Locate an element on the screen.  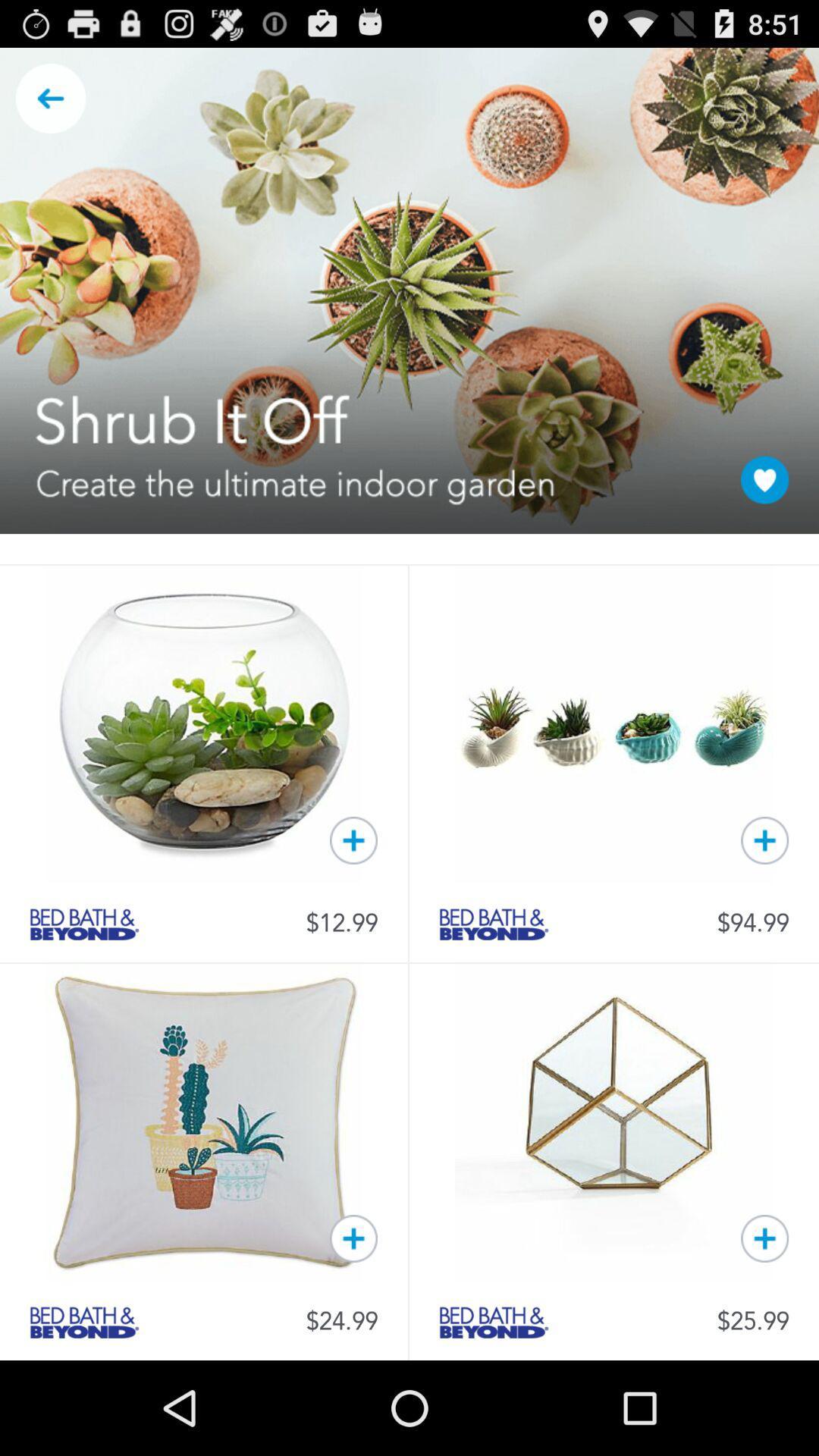
plant to cart is located at coordinates (353, 839).